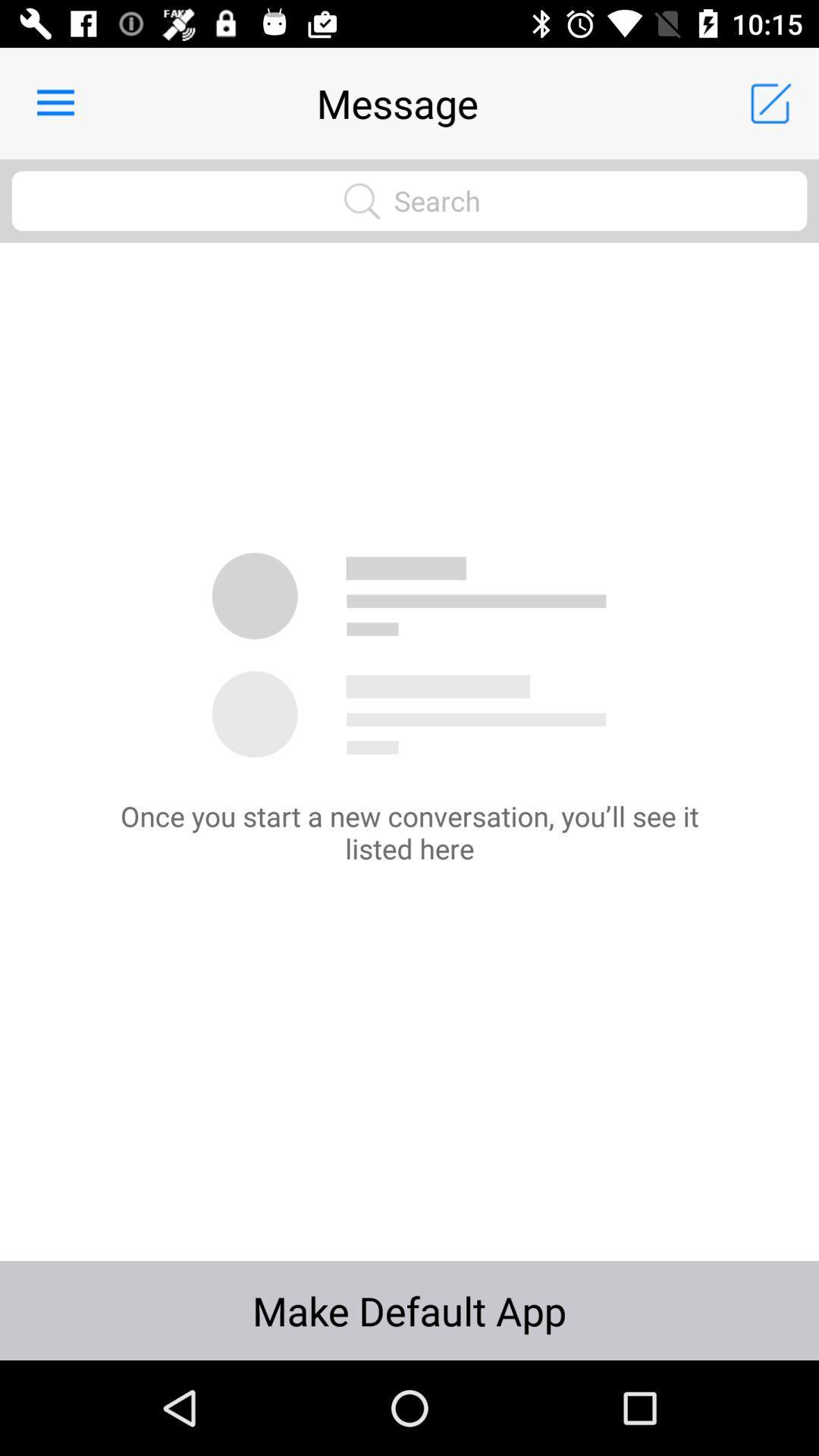 This screenshot has width=819, height=1456. What do you see at coordinates (55, 102) in the screenshot?
I see `icon at the top left corner` at bounding box center [55, 102].